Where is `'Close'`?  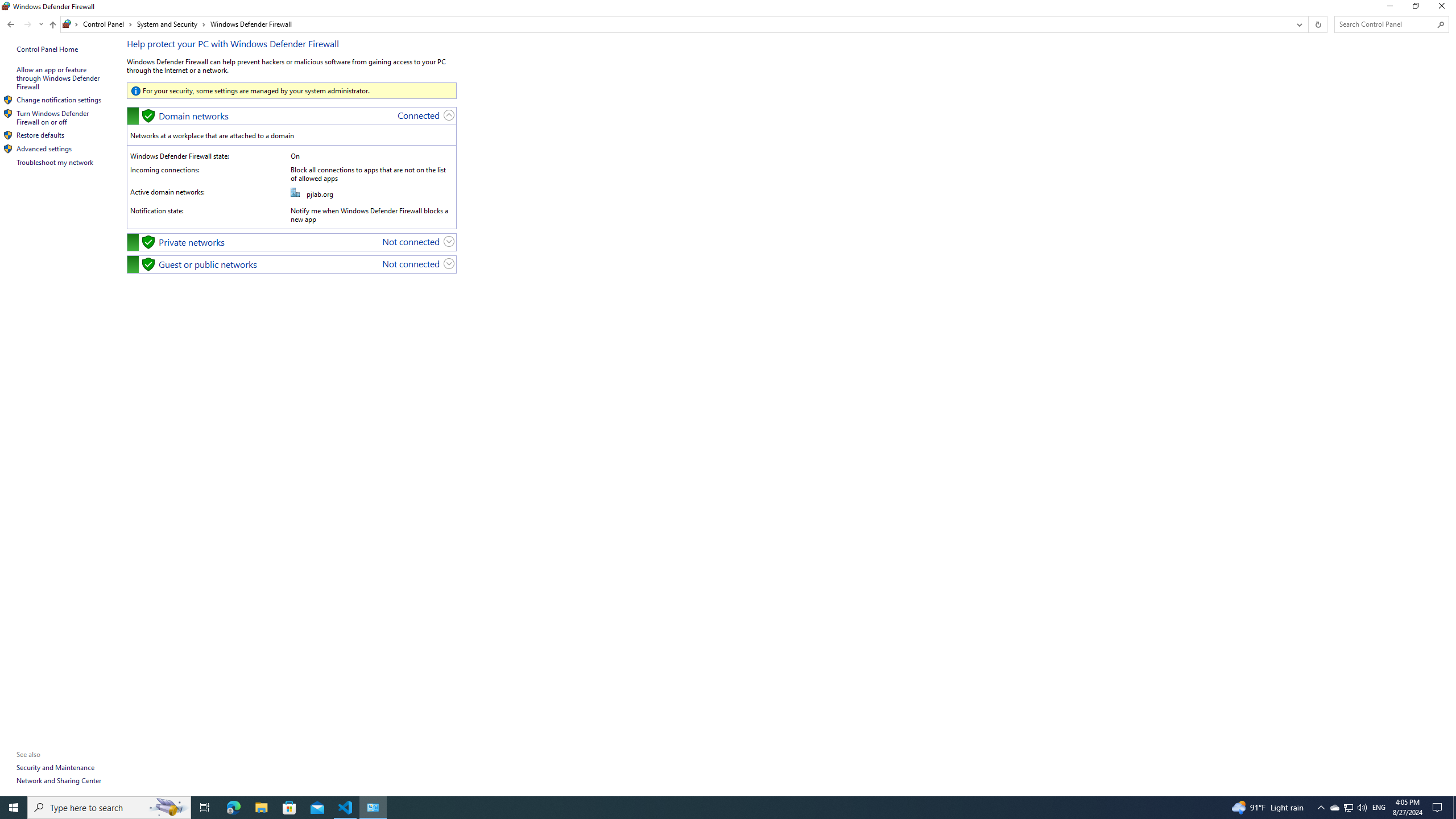 'Close' is located at coordinates (1444, 9).